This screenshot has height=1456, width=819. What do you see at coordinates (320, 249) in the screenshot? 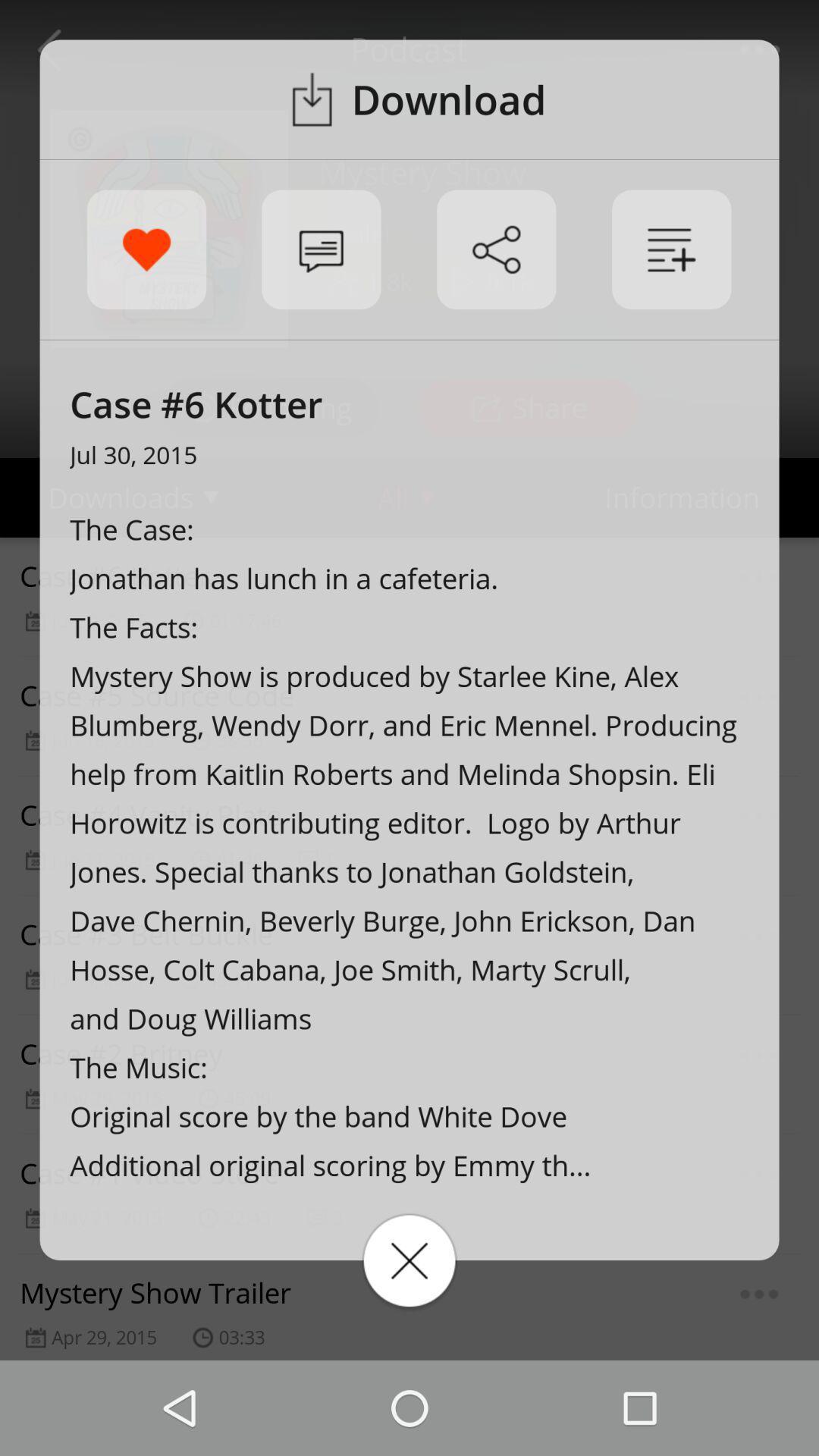
I see `comments` at bounding box center [320, 249].